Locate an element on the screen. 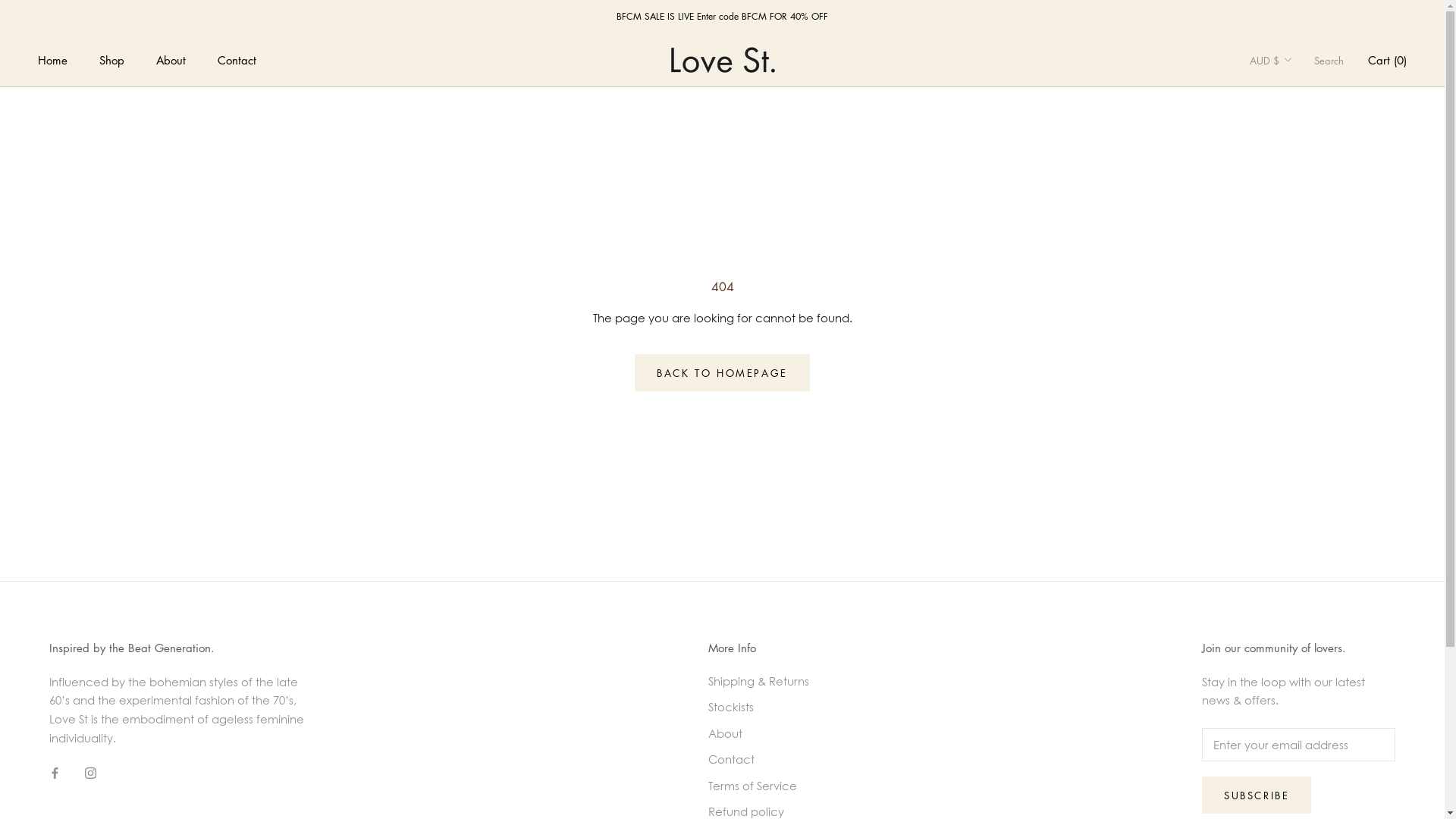 The width and height of the screenshot is (1456, 819). 'SUBSCRIBE' is located at coordinates (1256, 794).